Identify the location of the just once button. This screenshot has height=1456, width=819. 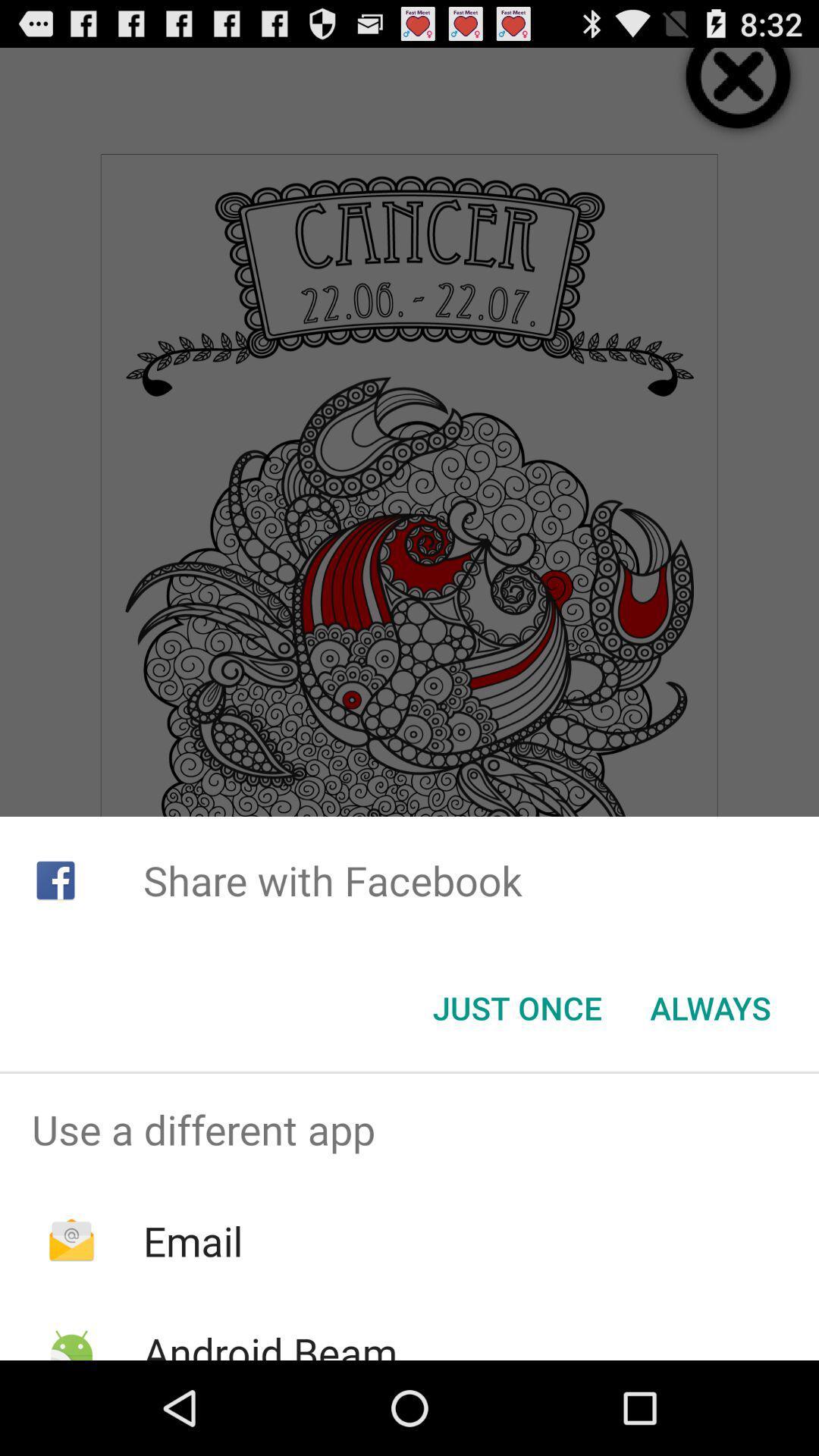
(516, 1008).